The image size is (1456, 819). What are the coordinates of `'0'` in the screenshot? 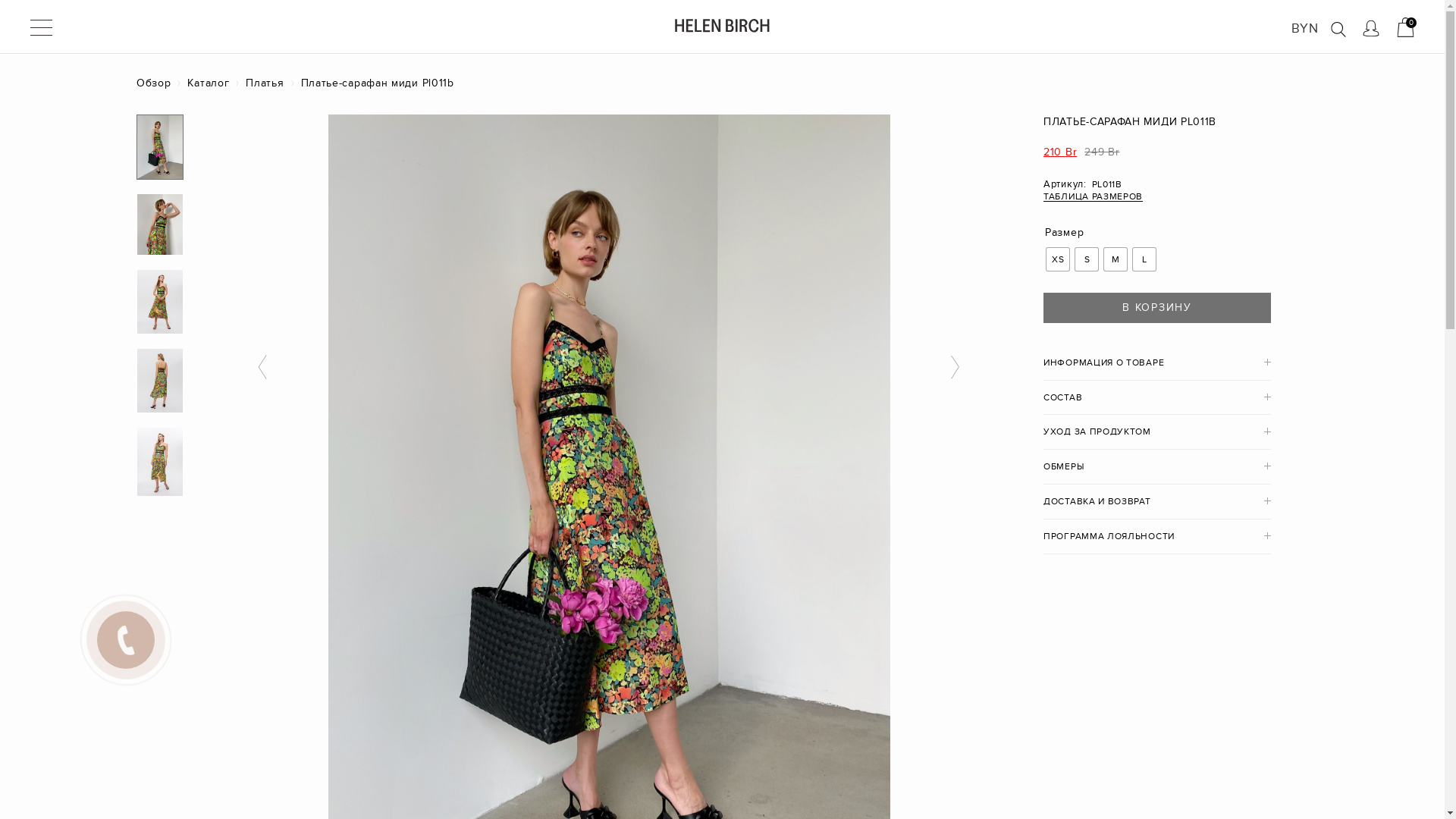 It's located at (1404, 27).